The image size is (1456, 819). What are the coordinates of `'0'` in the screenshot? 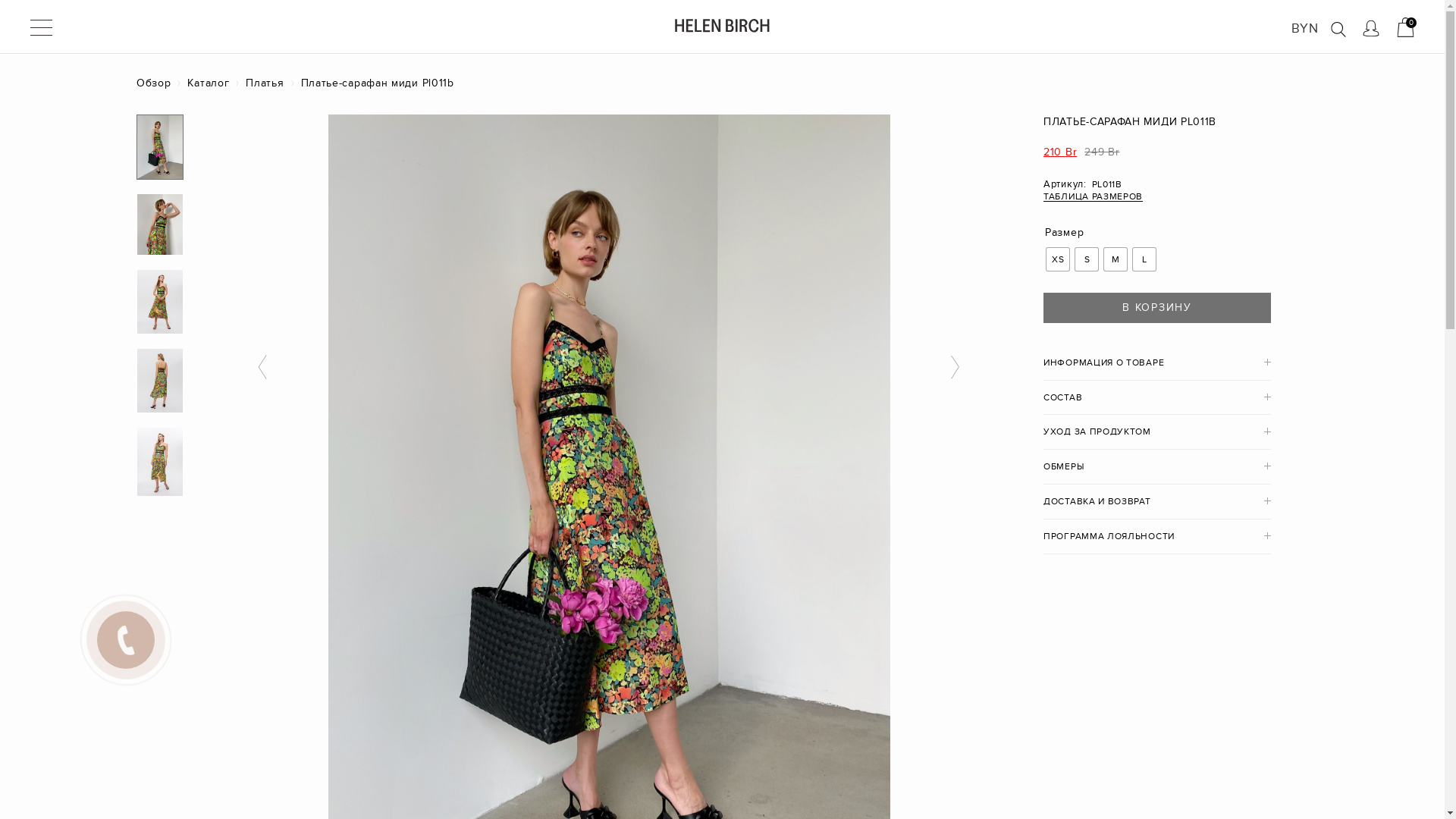 It's located at (1404, 27).